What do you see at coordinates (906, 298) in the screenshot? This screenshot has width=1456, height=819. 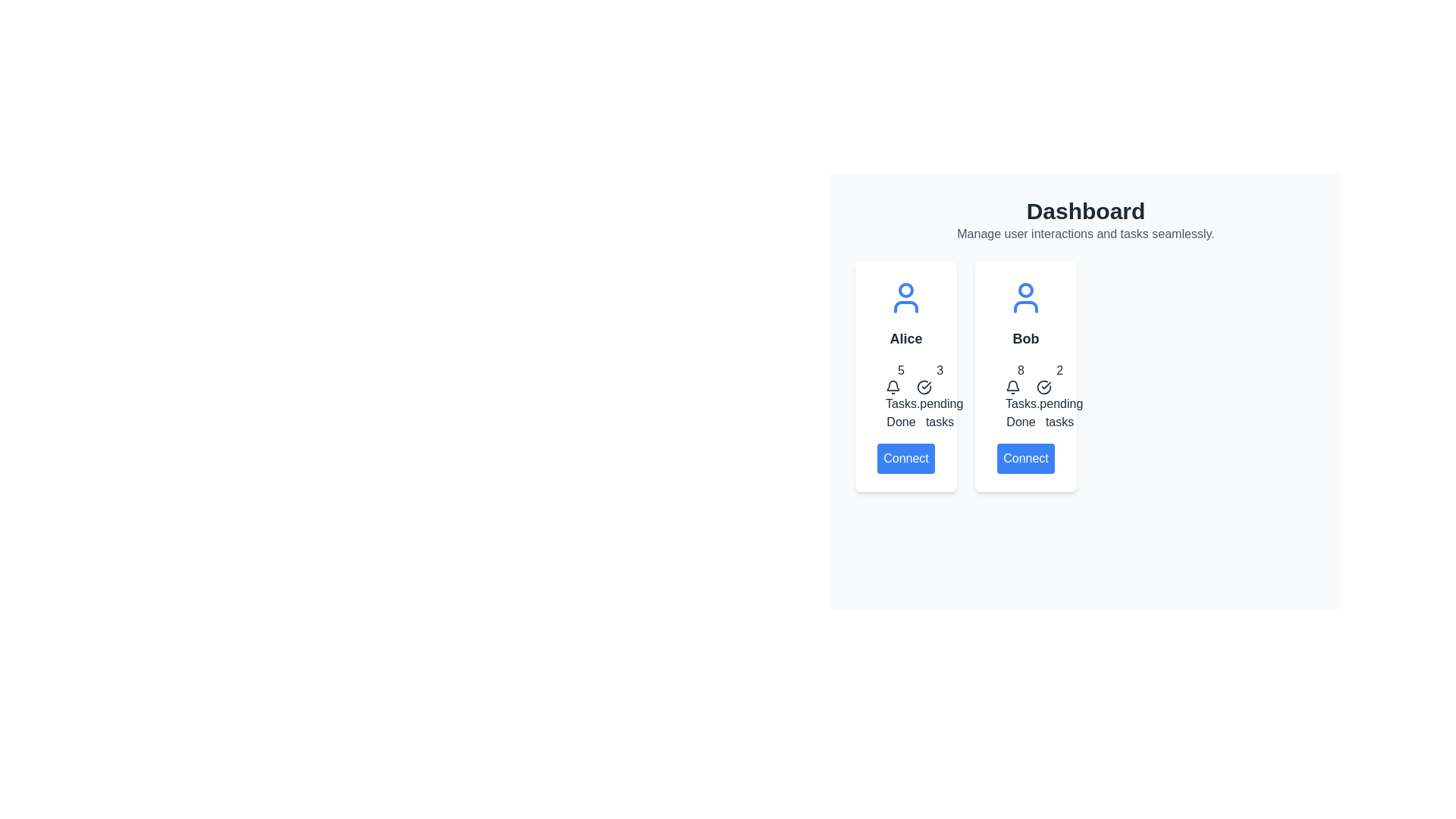 I see `the decorative profile icon representing the user 'Alice', located at the top-center of the first card above the name 'Alice'` at bounding box center [906, 298].